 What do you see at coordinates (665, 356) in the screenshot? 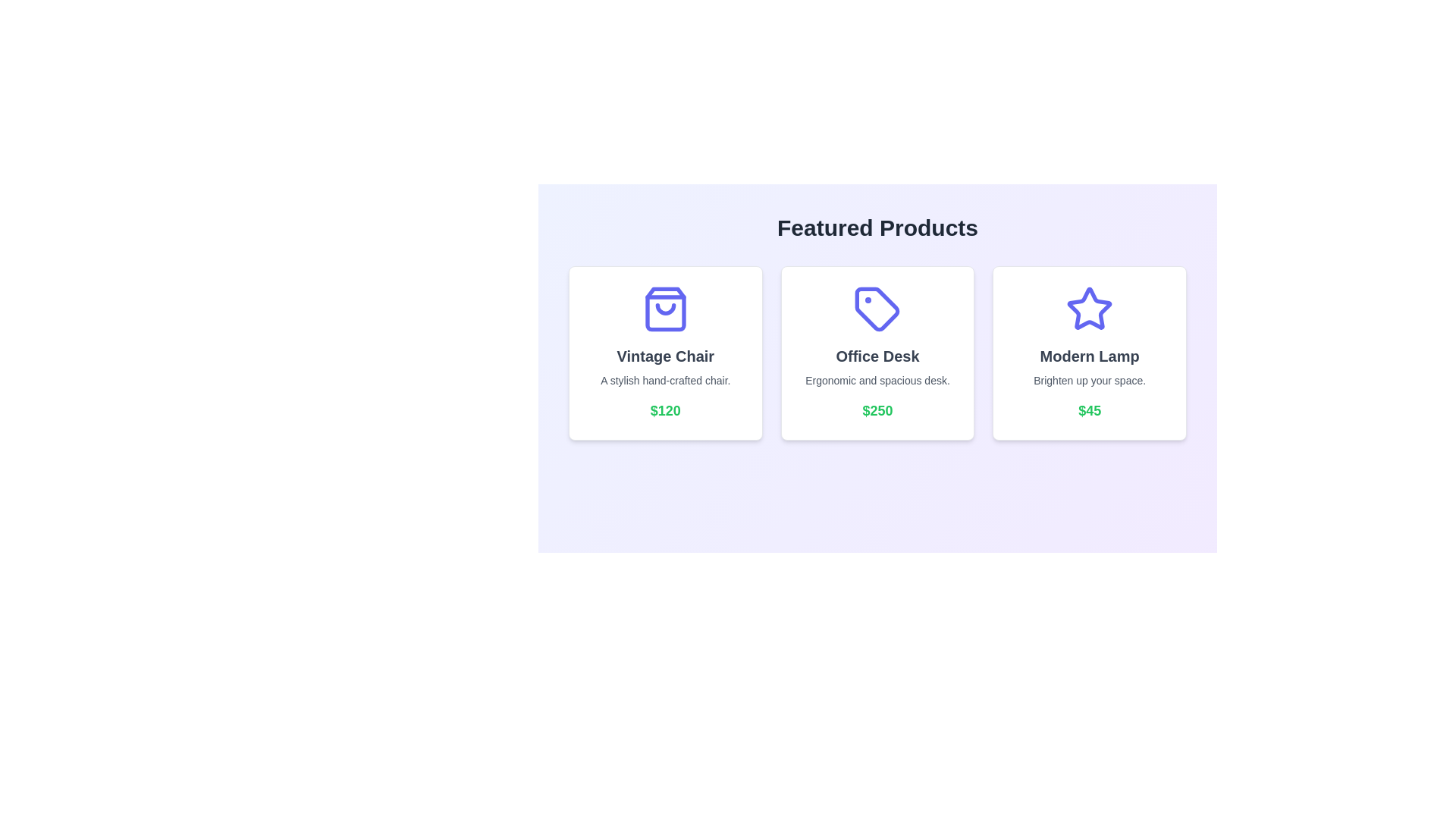
I see `text label that serves as the title for the product, which displays the name 'Vintage Chair' and is positioned above a description paragraph and below a shopping bag icon` at bounding box center [665, 356].